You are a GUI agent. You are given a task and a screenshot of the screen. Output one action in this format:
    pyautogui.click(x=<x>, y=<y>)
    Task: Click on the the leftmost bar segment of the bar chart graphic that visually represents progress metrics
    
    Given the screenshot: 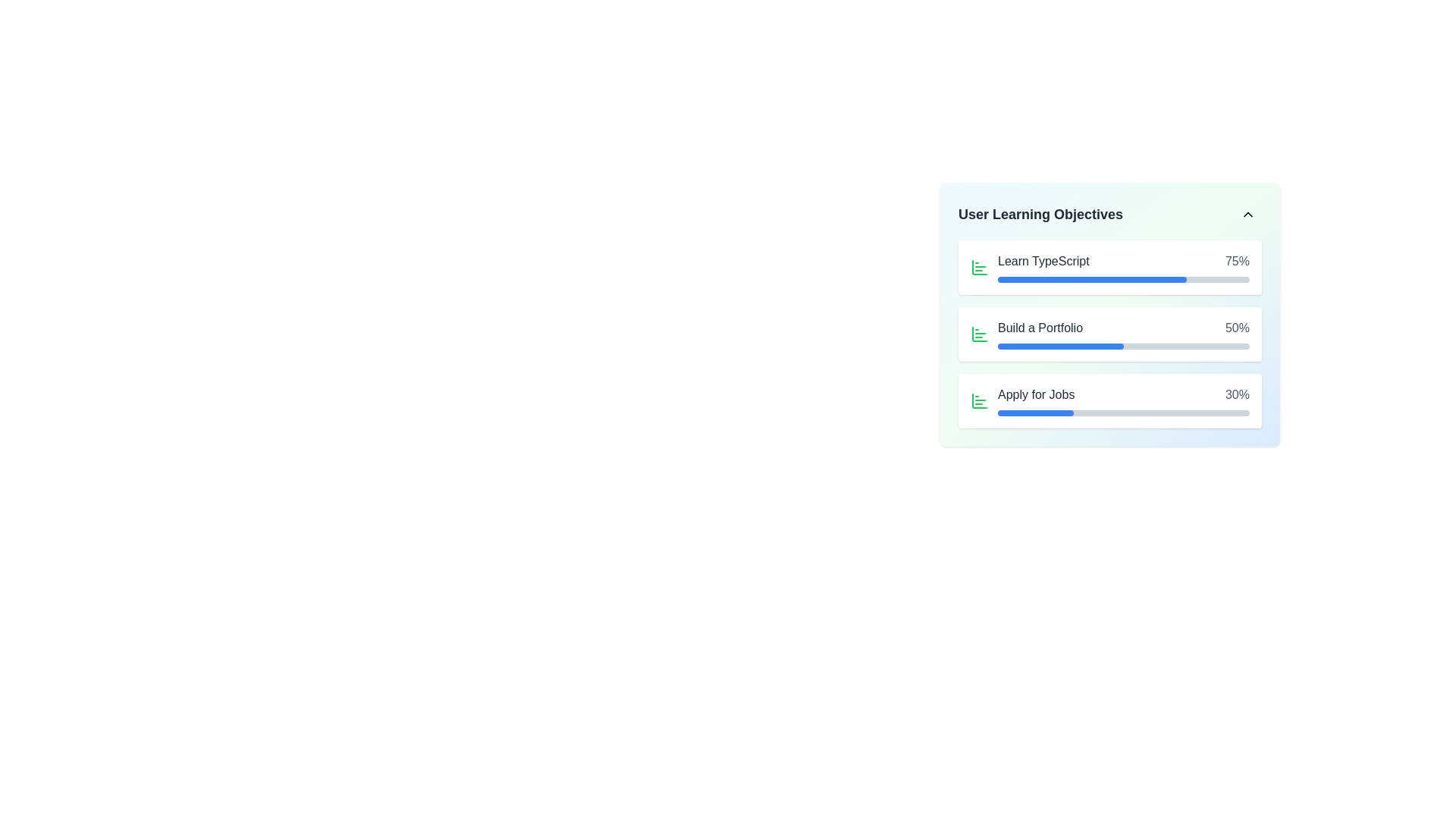 What is the action you would take?
    pyautogui.click(x=979, y=400)
    